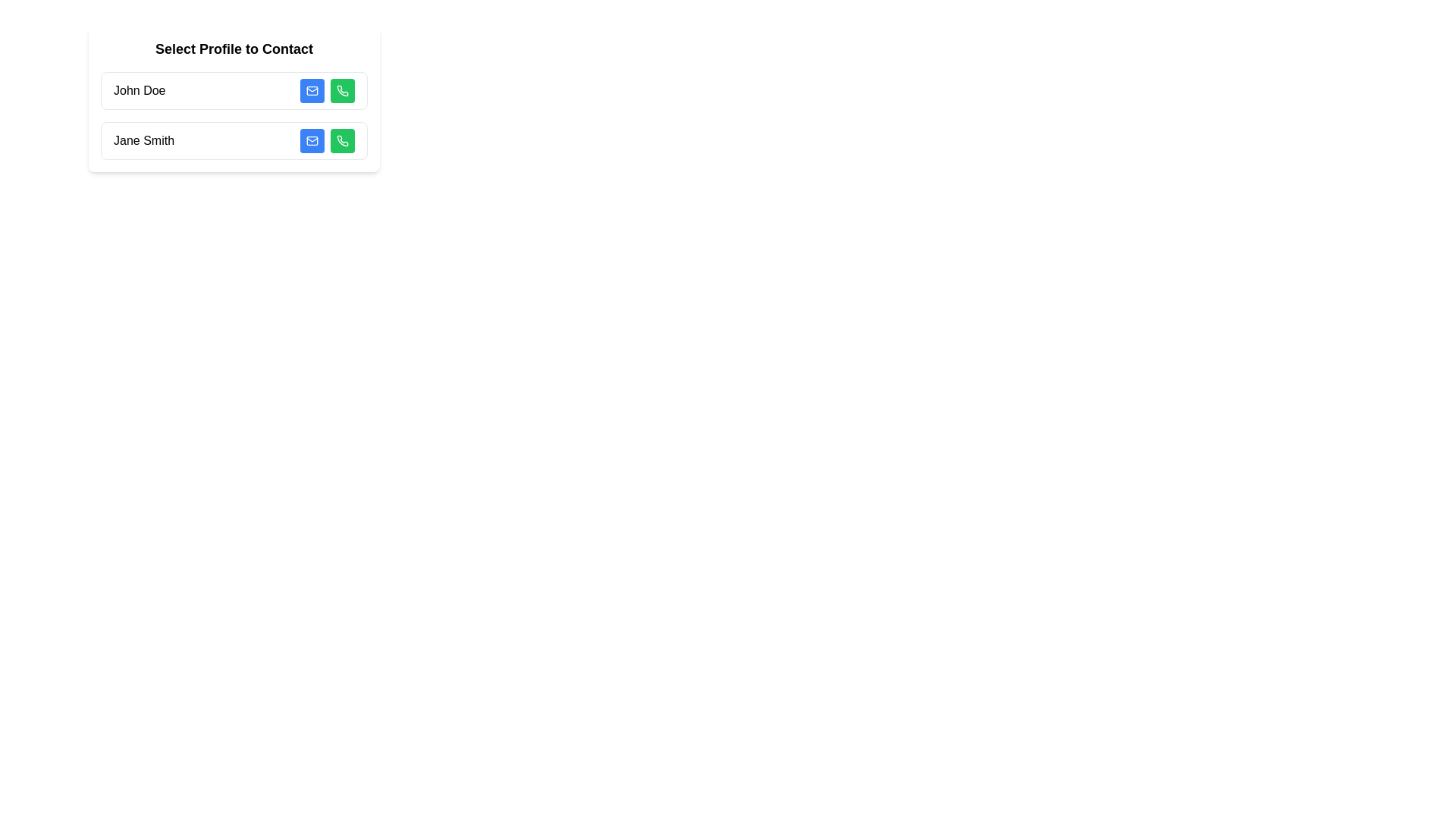 Image resolution: width=1456 pixels, height=819 pixels. What do you see at coordinates (341, 140) in the screenshot?
I see `the phone receiver icon within the green button located to the right of 'Jane Smith'` at bounding box center [341, 140].